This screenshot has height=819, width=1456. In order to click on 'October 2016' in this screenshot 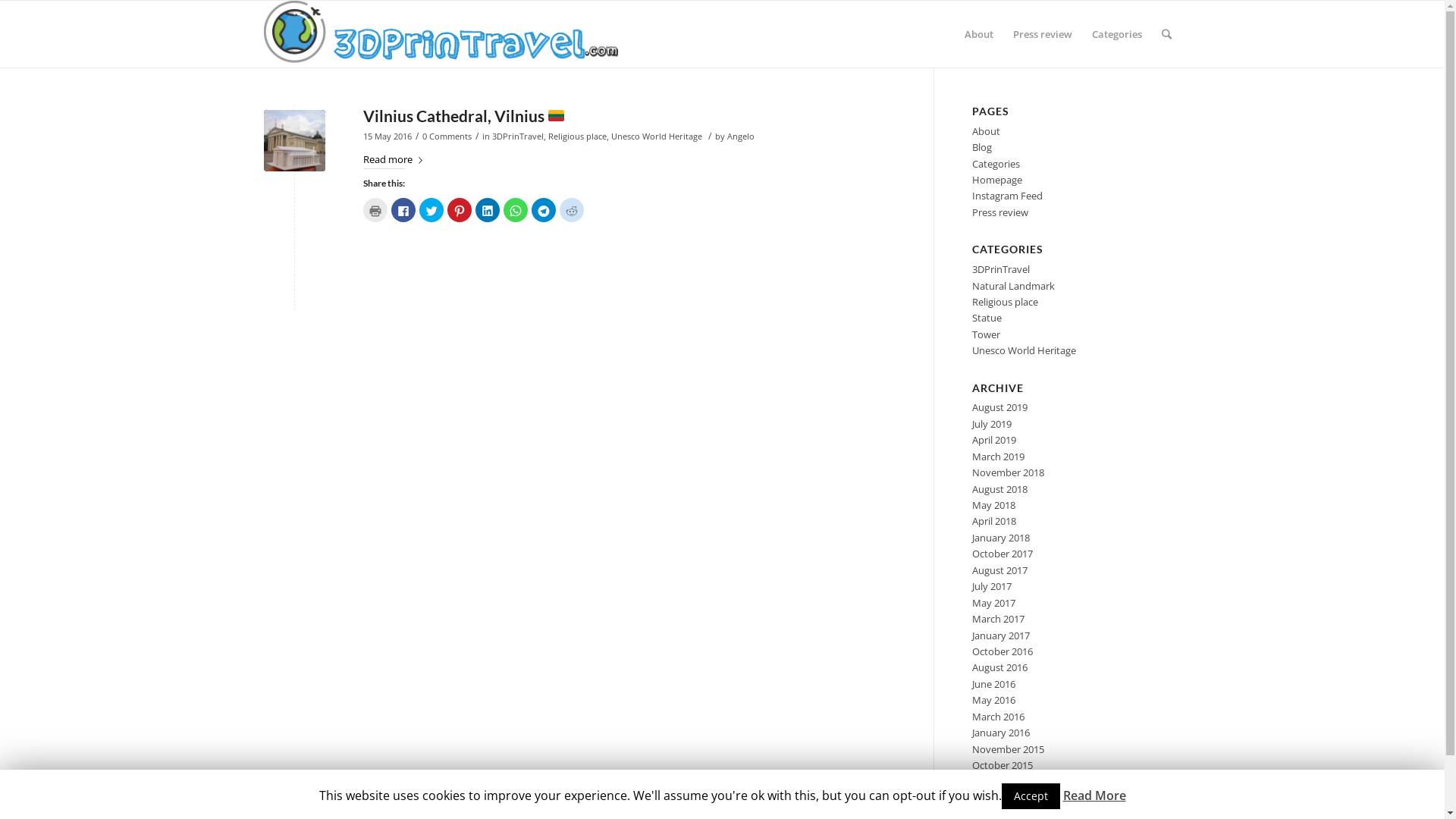, I will do `click(1002, 651)`.